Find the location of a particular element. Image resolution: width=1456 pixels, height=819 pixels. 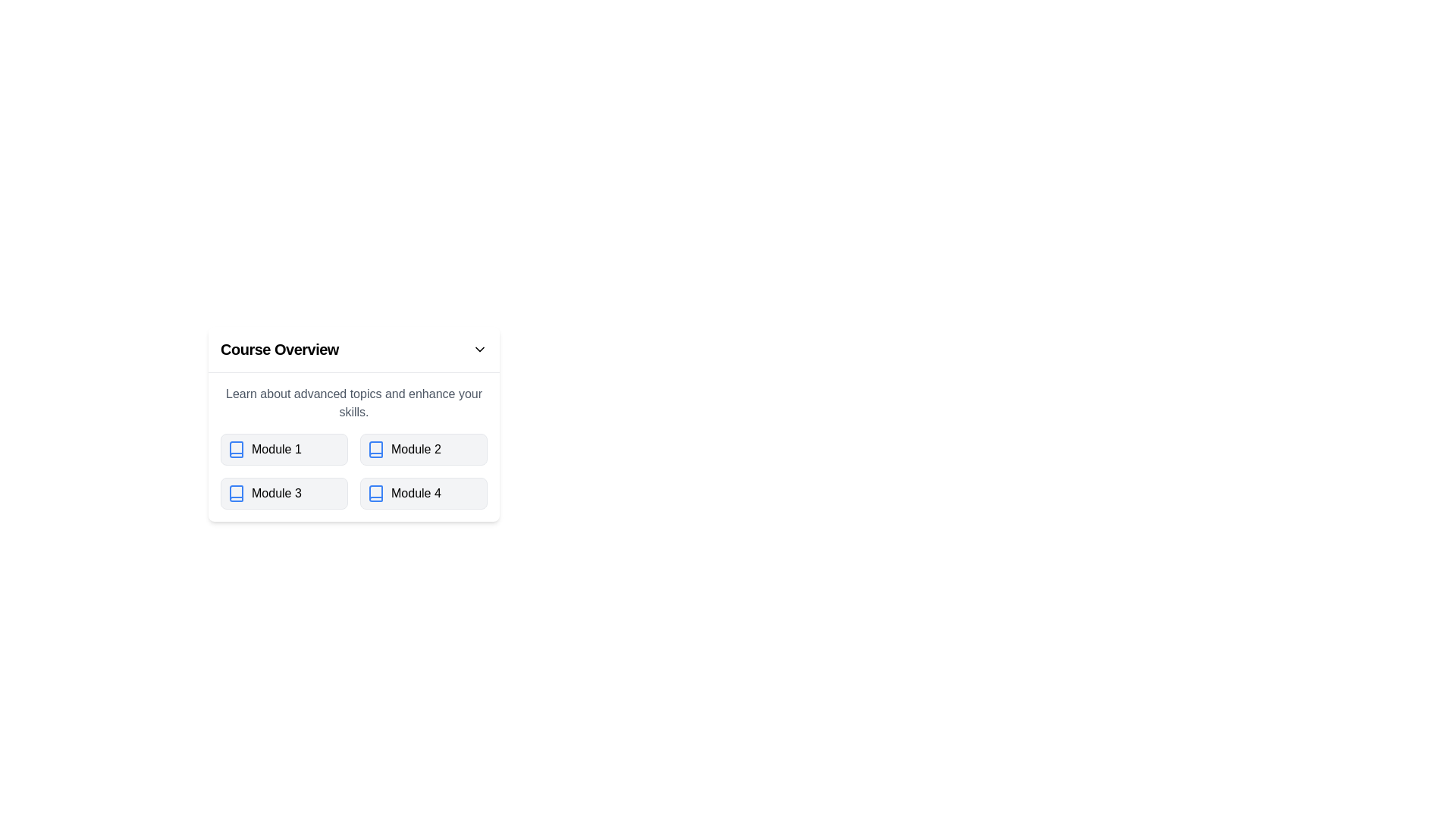

the module selection button labeled 'Module 4' located in the bottom-right corner of the grid of buttons is located at coordinates (423, 494).